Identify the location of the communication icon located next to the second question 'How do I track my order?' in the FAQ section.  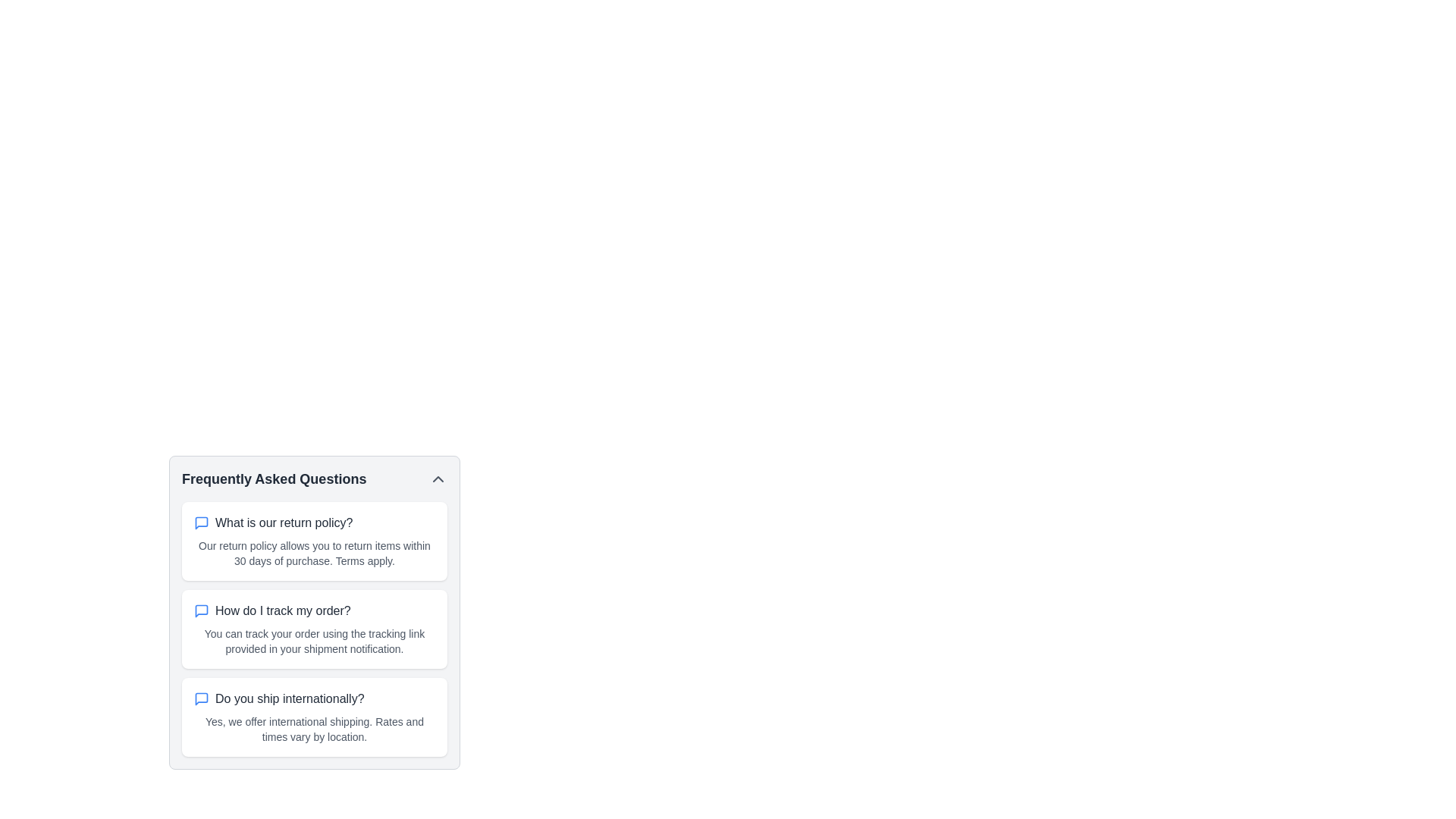
(200, 522).